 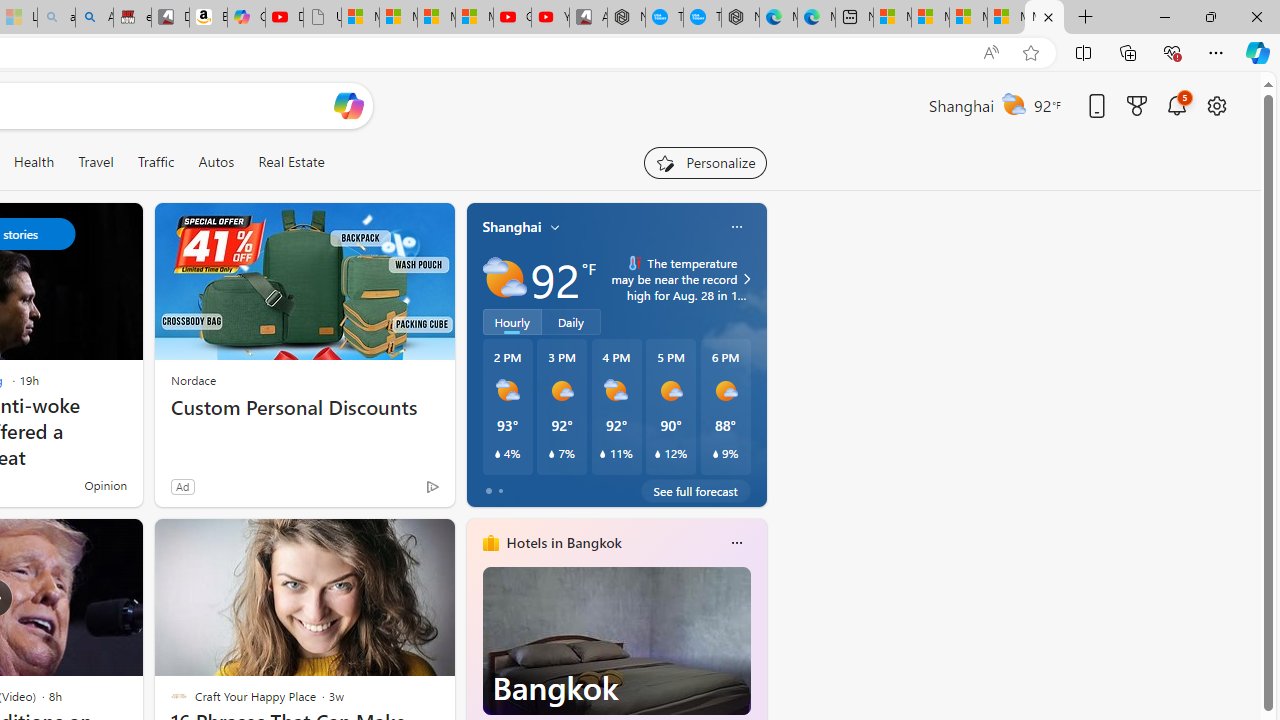 What do you see at coordinates (562, 543) in the screenshot?
I see `'Hotels in Bangkok'` at bounding box center [562, 543].